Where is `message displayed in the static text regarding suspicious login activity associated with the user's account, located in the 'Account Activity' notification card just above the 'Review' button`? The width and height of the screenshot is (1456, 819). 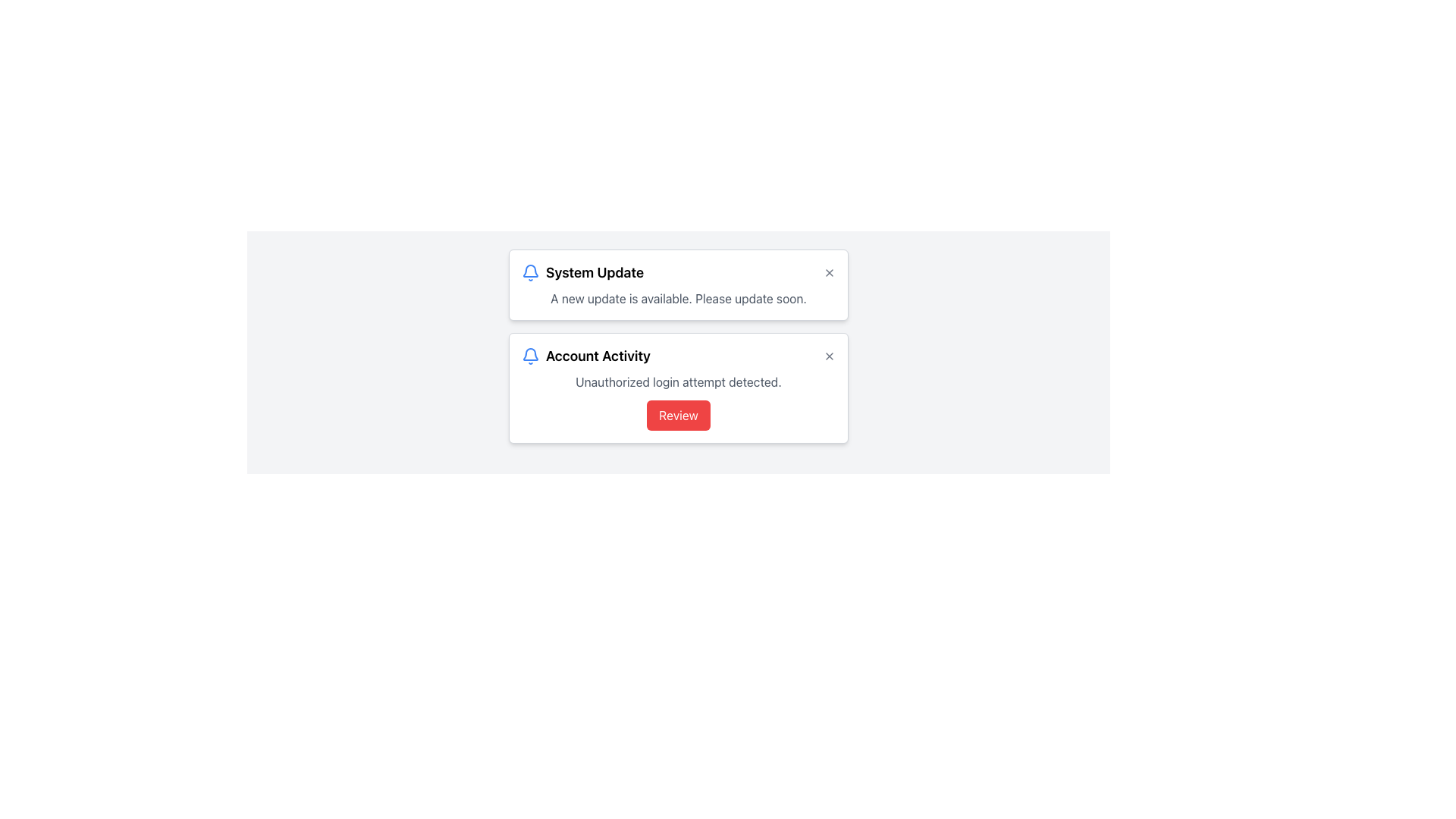
message displayed in the static text regarding suspicious login activity associated with the user's account, located in the 'Account Activity' notification card just above the 'Review' button is located at coordinates (677, 381).